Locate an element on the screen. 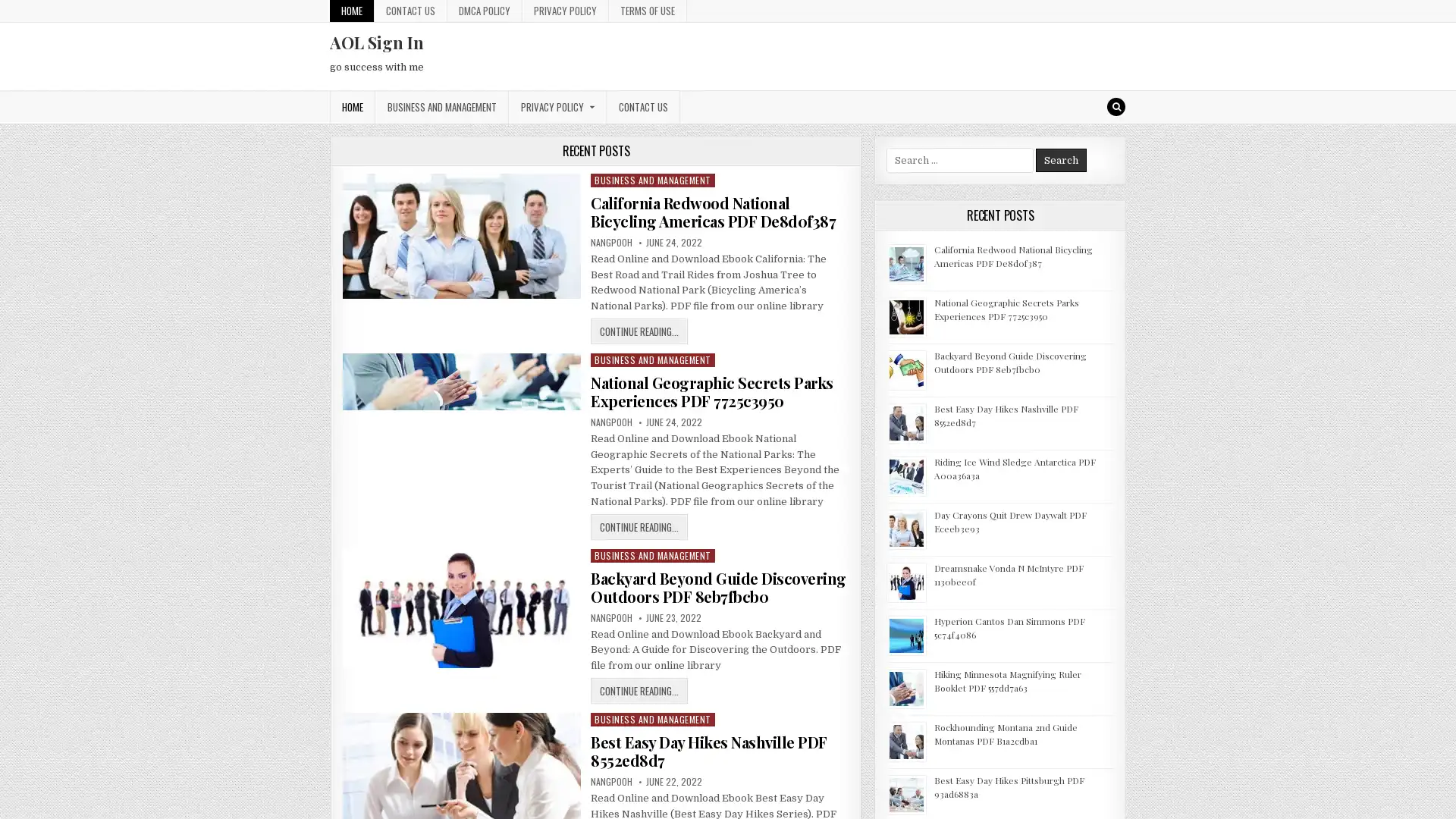 This screenshot has height=819, width=1456. Search is located at coordinates (1060, 160).